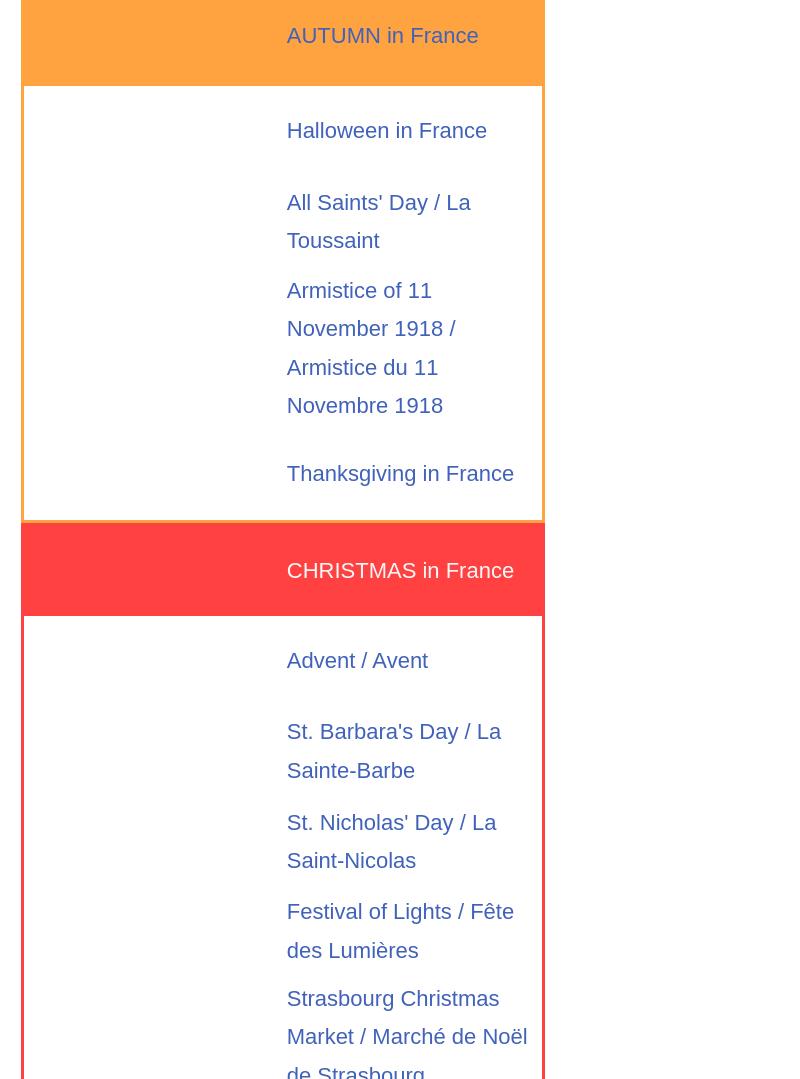 Image resolution: width=800 pixels, height=1079 pixels. What do you see at coordinates (286, 129) in the screenshot?
I see `'Halloween in France'` at bounding box center [286, 129].